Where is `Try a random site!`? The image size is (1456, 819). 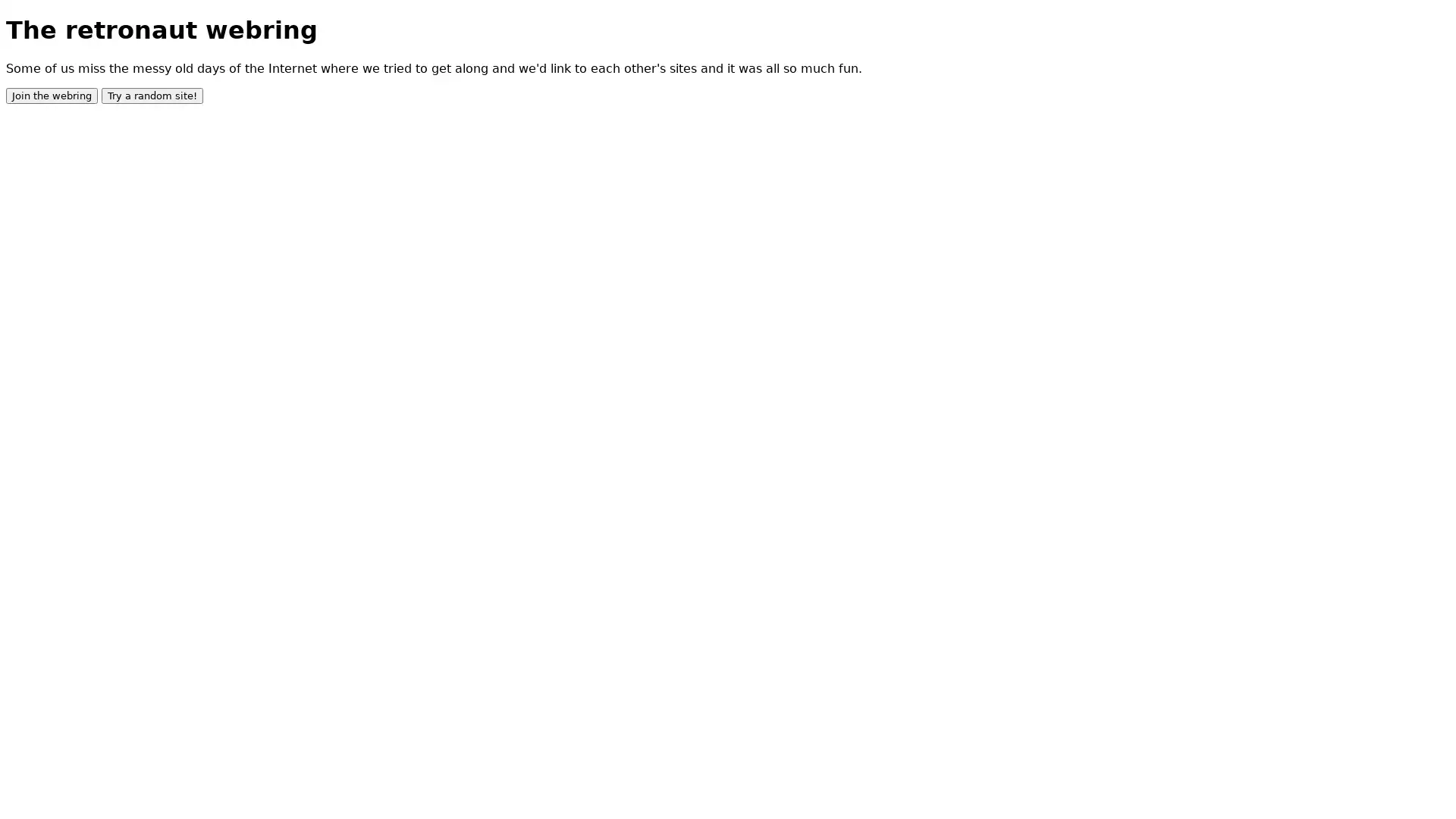 Try a random site! is located at coordinates (152, 95).